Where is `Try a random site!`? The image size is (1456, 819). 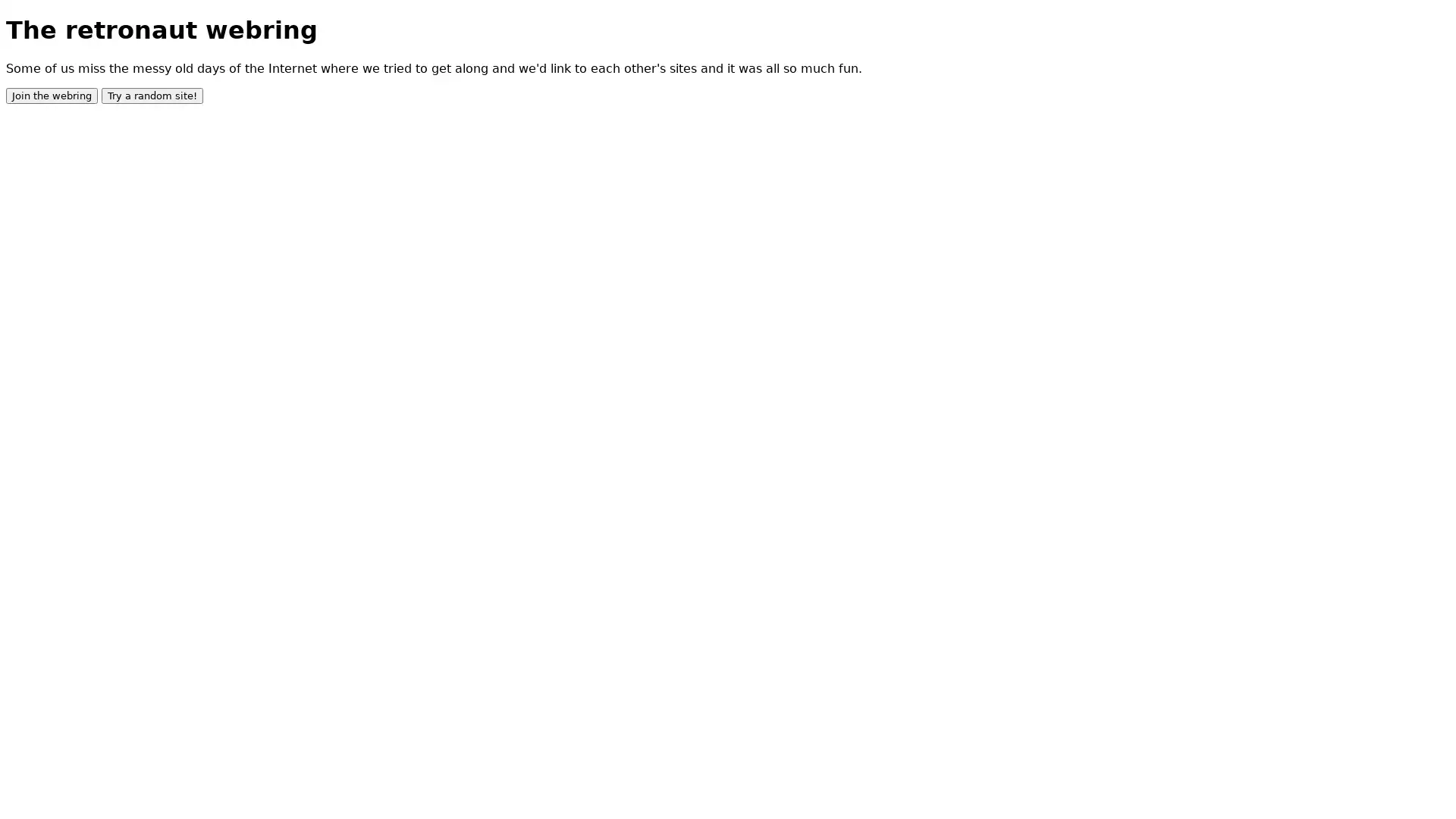 Try a random site! is located at coordinates (152, 95).